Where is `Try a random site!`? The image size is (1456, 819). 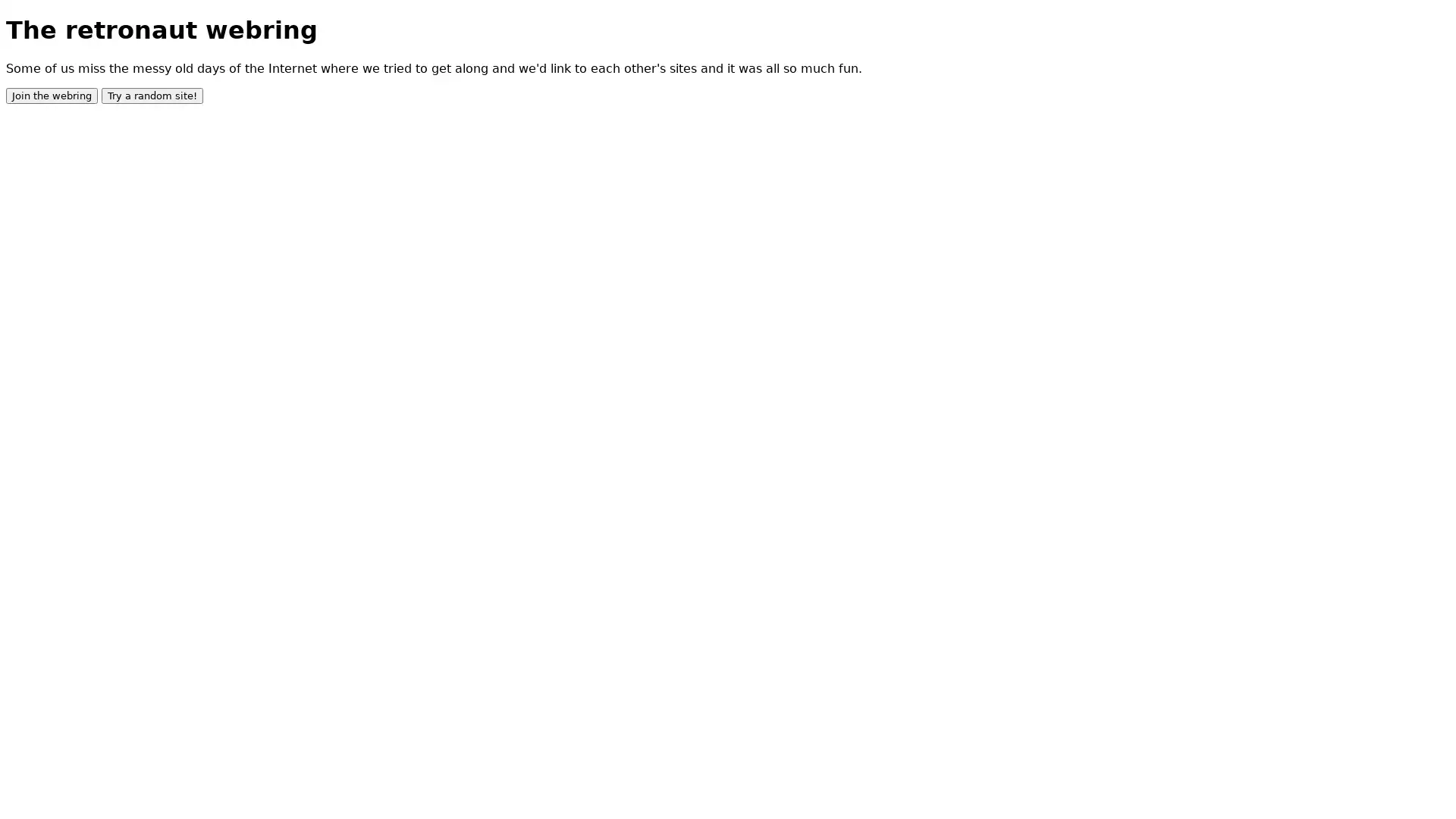 Try a random site! is located at coordinates (152, 95).